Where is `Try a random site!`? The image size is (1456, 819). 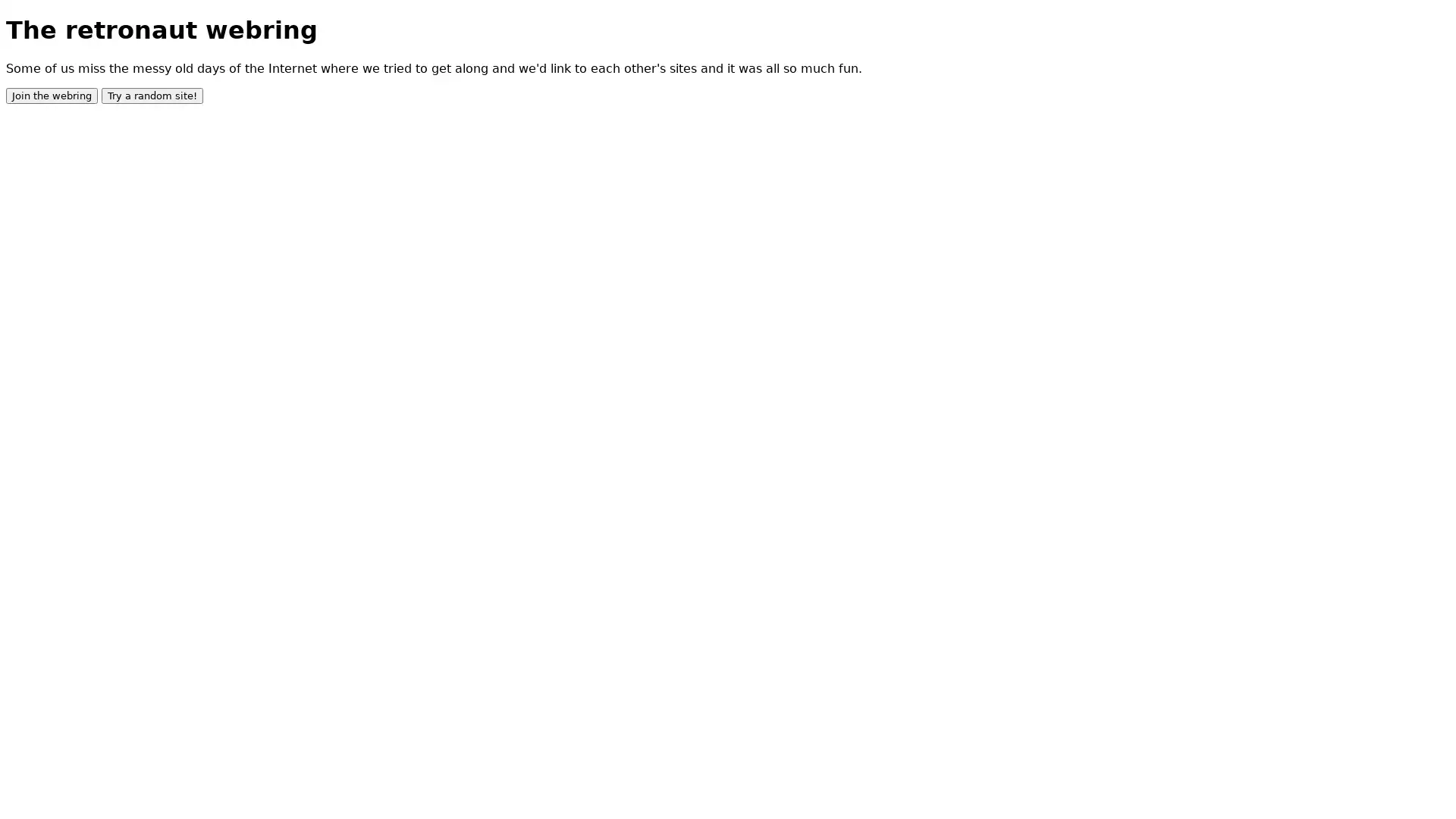 Try a random site! is located at coordinates (152, 95).